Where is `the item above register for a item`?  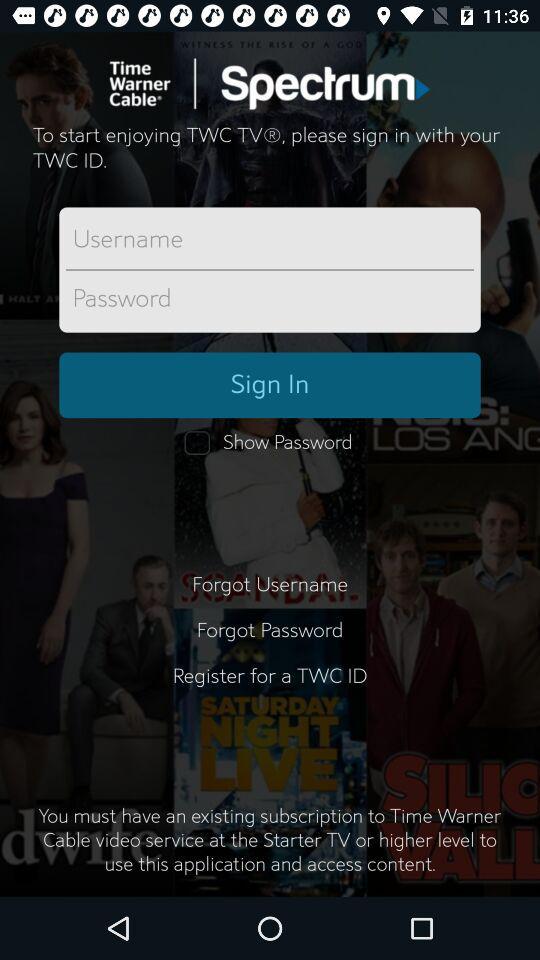
the item above register for a item is located at coordinates (270, 630).